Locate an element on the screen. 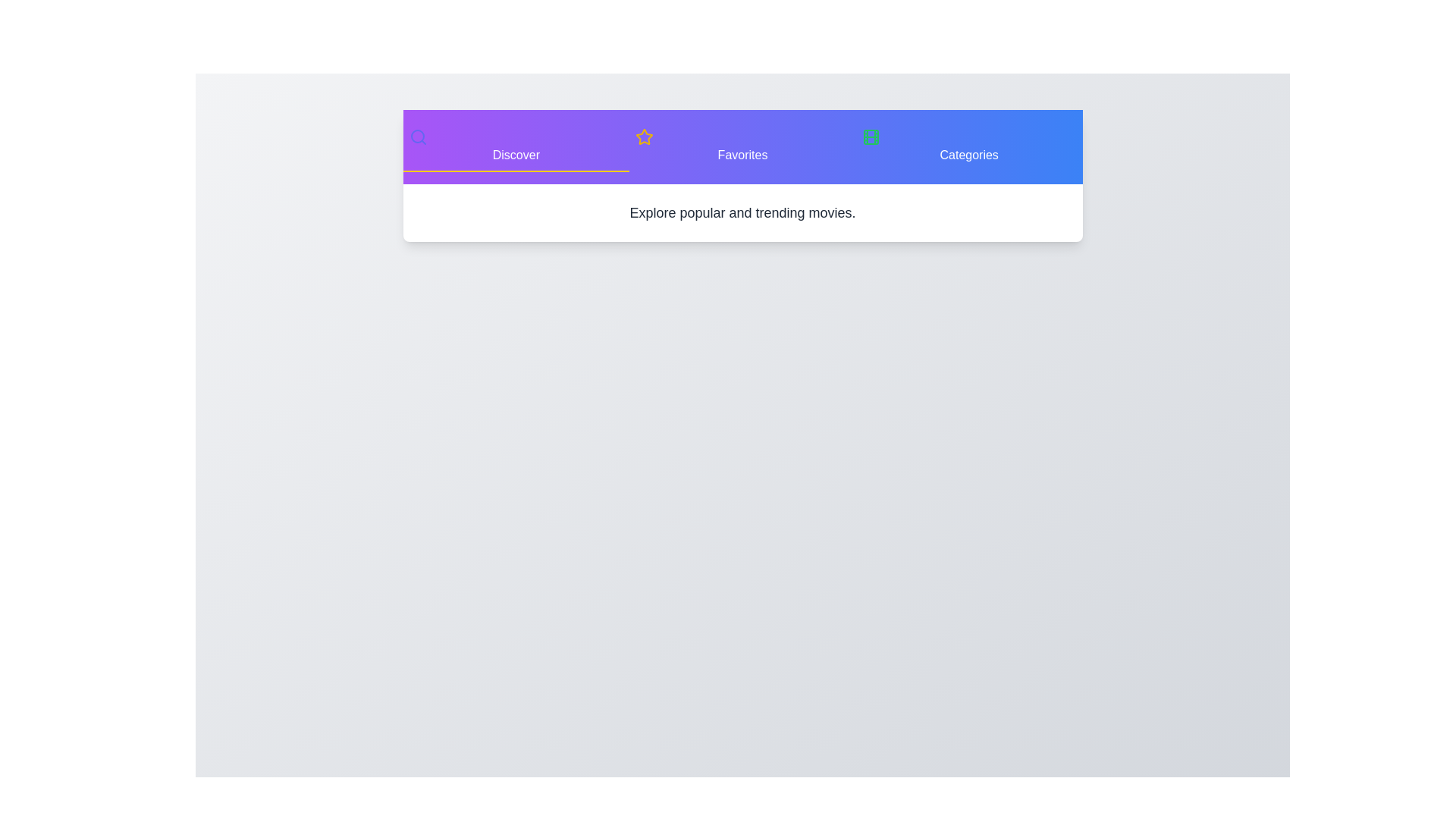 This screenshot has height=819, width=1456. the tab button labeled Categories to switch to that tab is located at coordinates (968, 146).